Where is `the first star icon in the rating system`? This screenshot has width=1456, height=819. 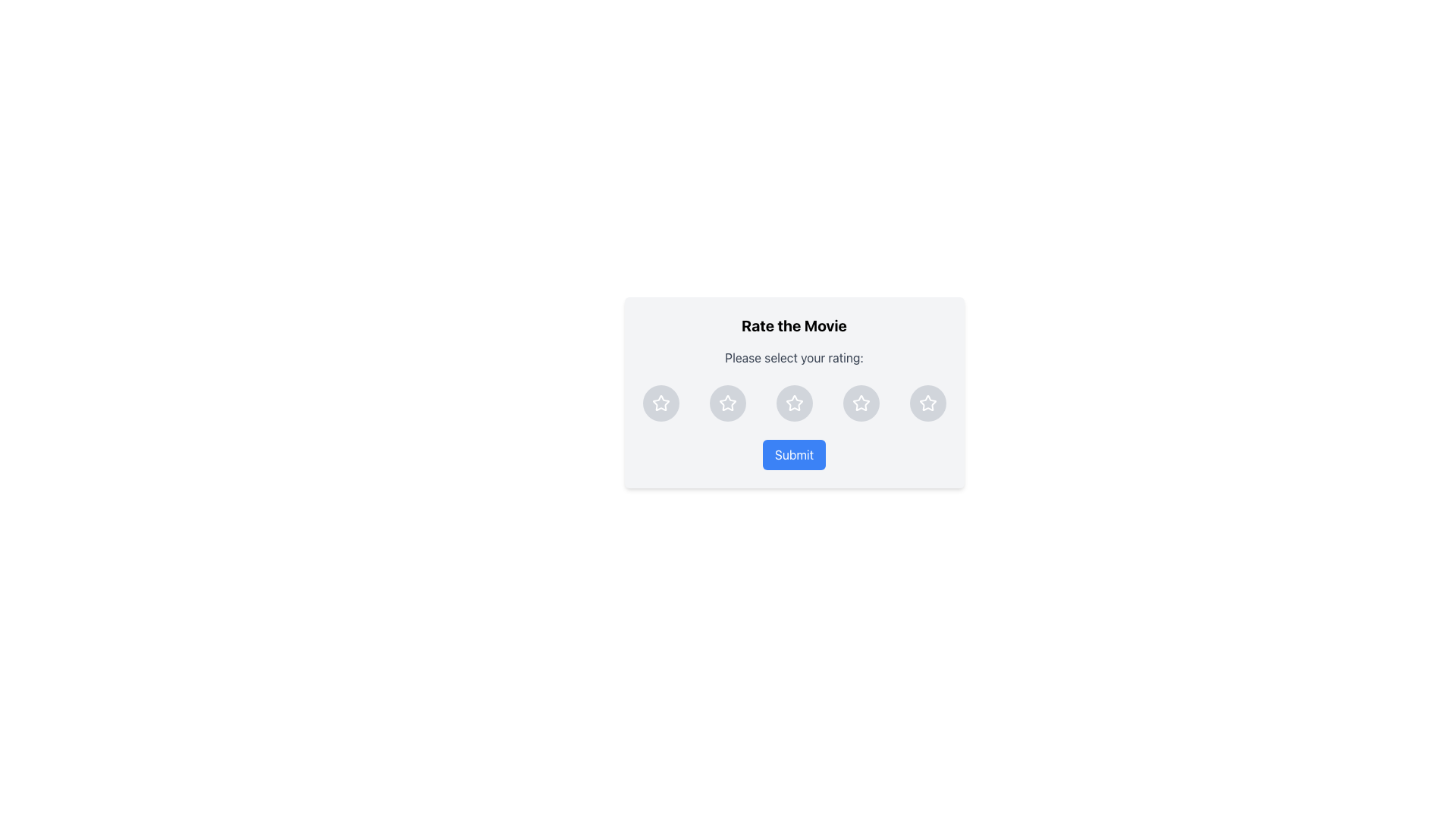
the first star icon in the rating system is located at coordinates (661, 402).